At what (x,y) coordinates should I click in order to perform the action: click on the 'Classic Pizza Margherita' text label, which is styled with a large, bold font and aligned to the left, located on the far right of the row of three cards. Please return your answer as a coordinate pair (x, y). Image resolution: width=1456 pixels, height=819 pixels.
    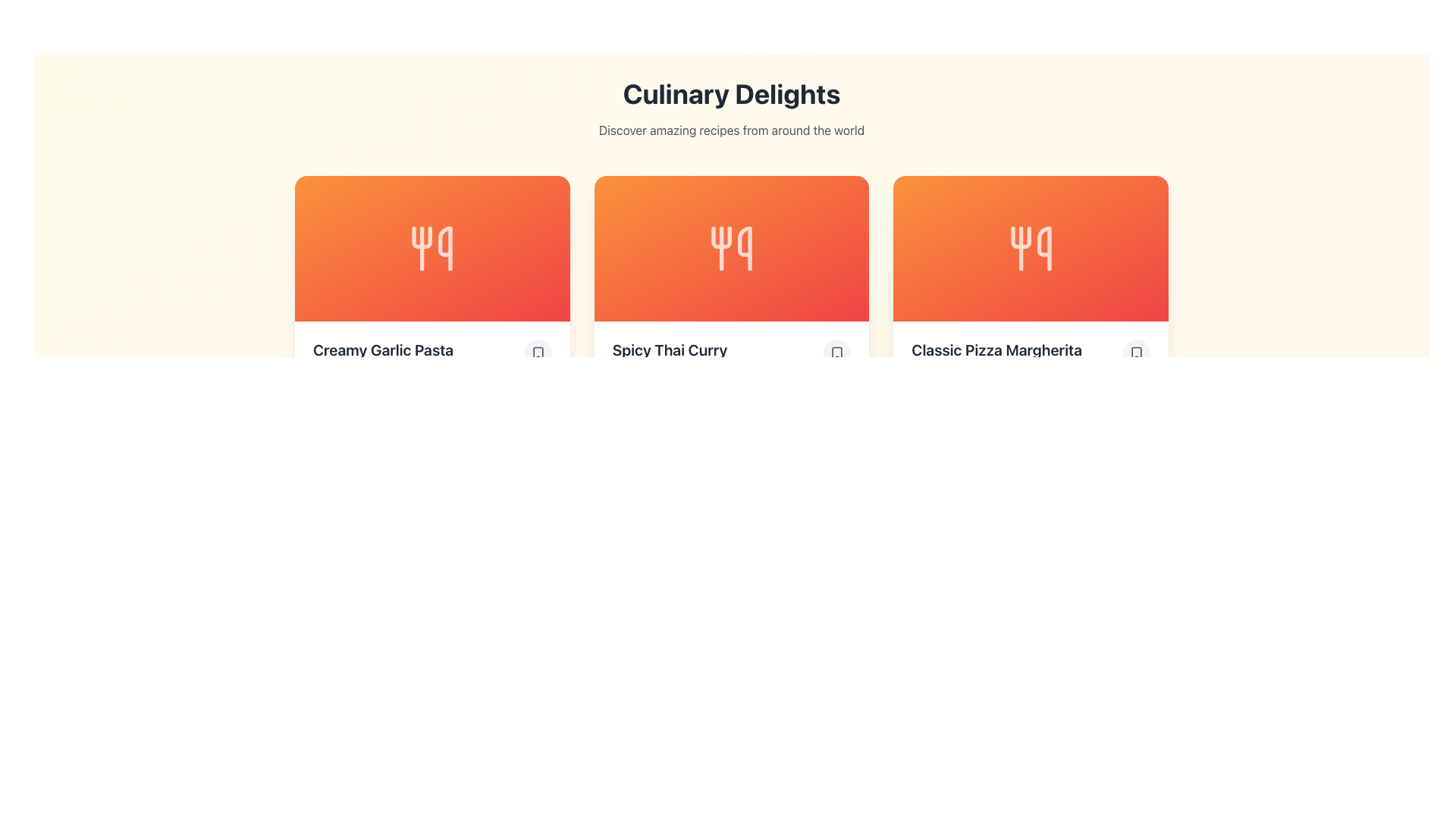
    Looking at the image, I should click on (1031, 353).